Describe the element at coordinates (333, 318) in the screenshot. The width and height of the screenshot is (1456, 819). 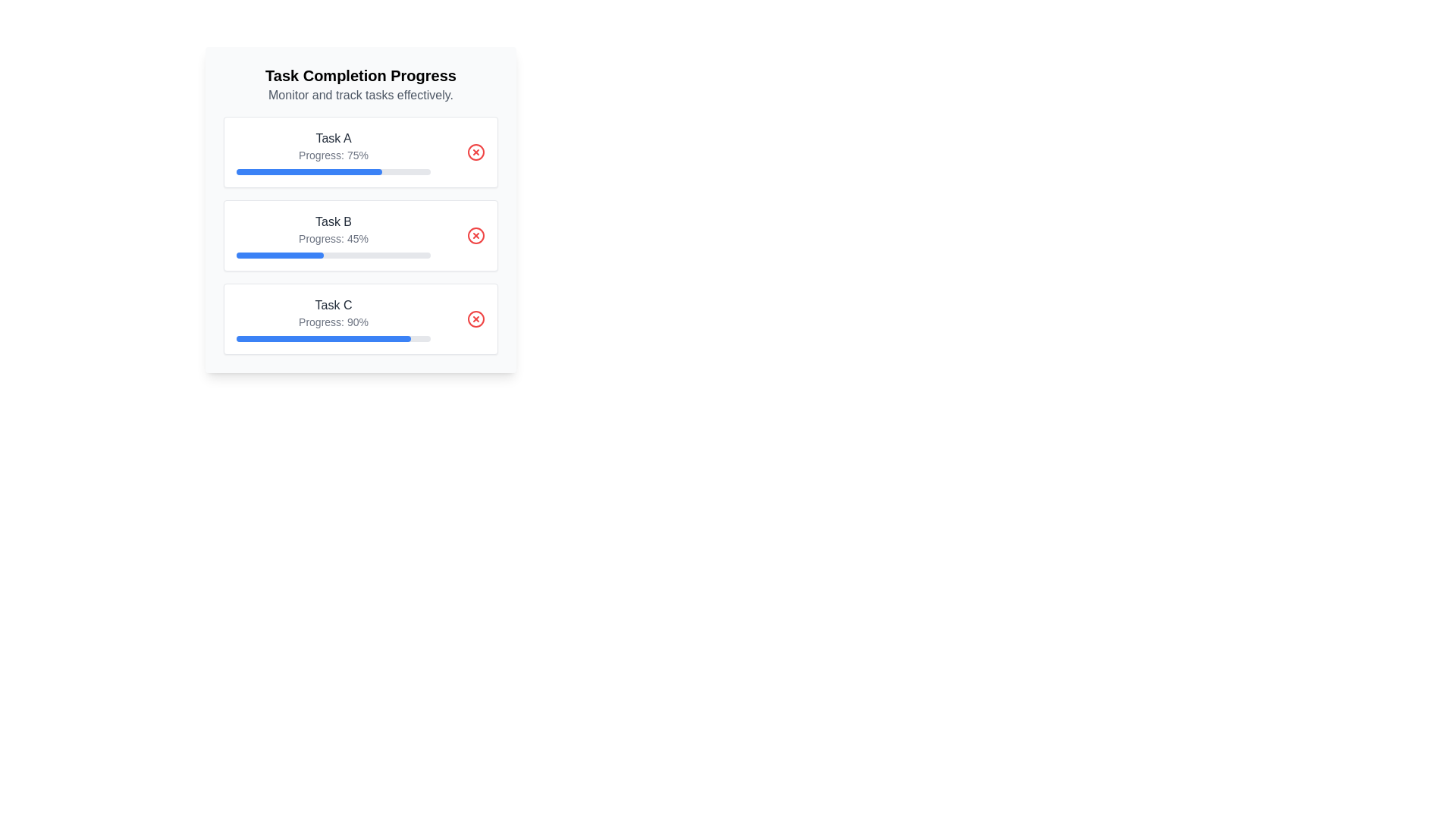
I see `text displayed in the third task progress indicator for 'Task C', which includes both textual information and a graphical progress bar, located below 'Task B'` at that location.